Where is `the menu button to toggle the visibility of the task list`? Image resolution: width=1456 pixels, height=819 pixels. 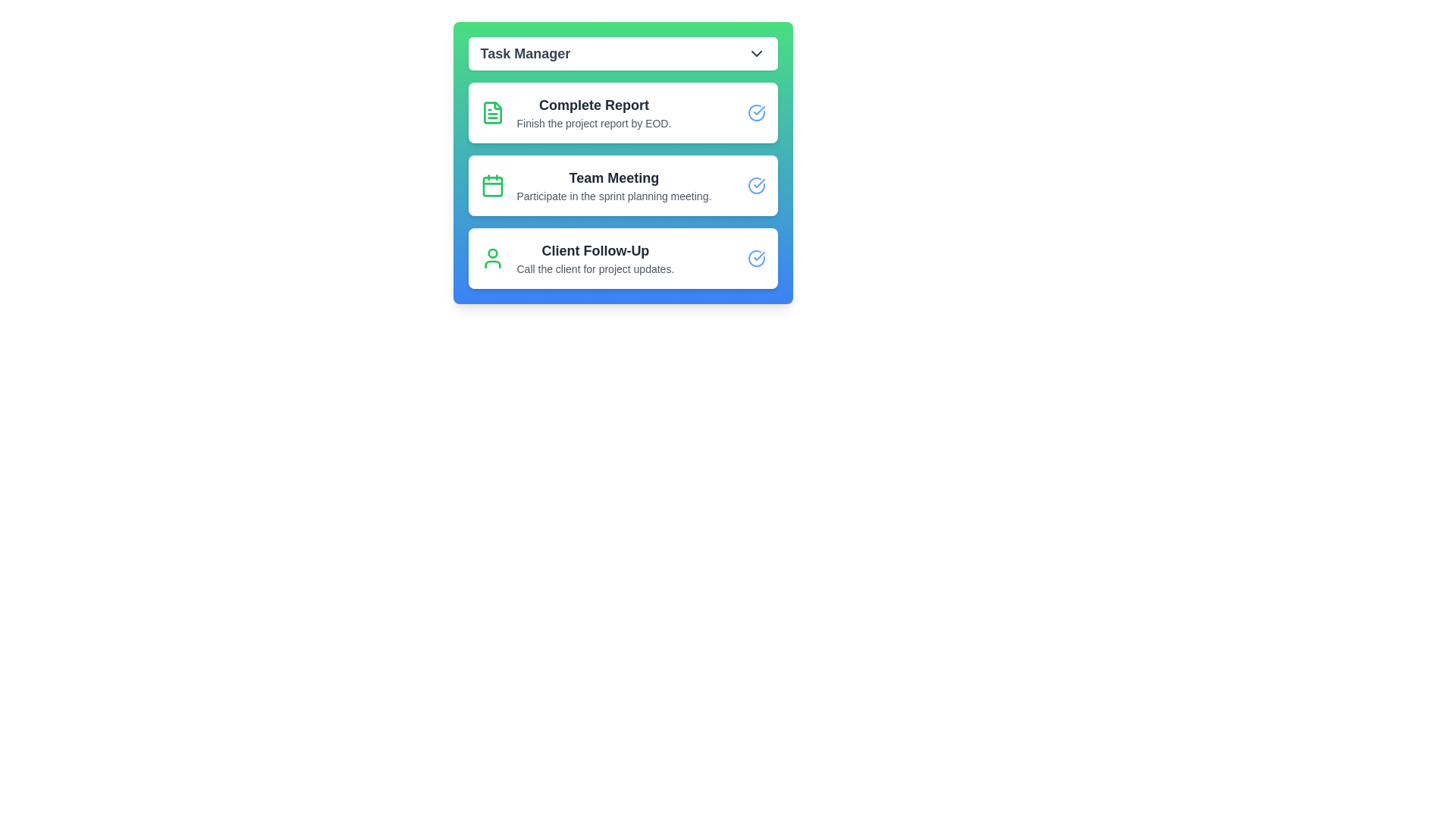
the menu button to toggle the visibility of the task list is located at coordinates (623, 52).